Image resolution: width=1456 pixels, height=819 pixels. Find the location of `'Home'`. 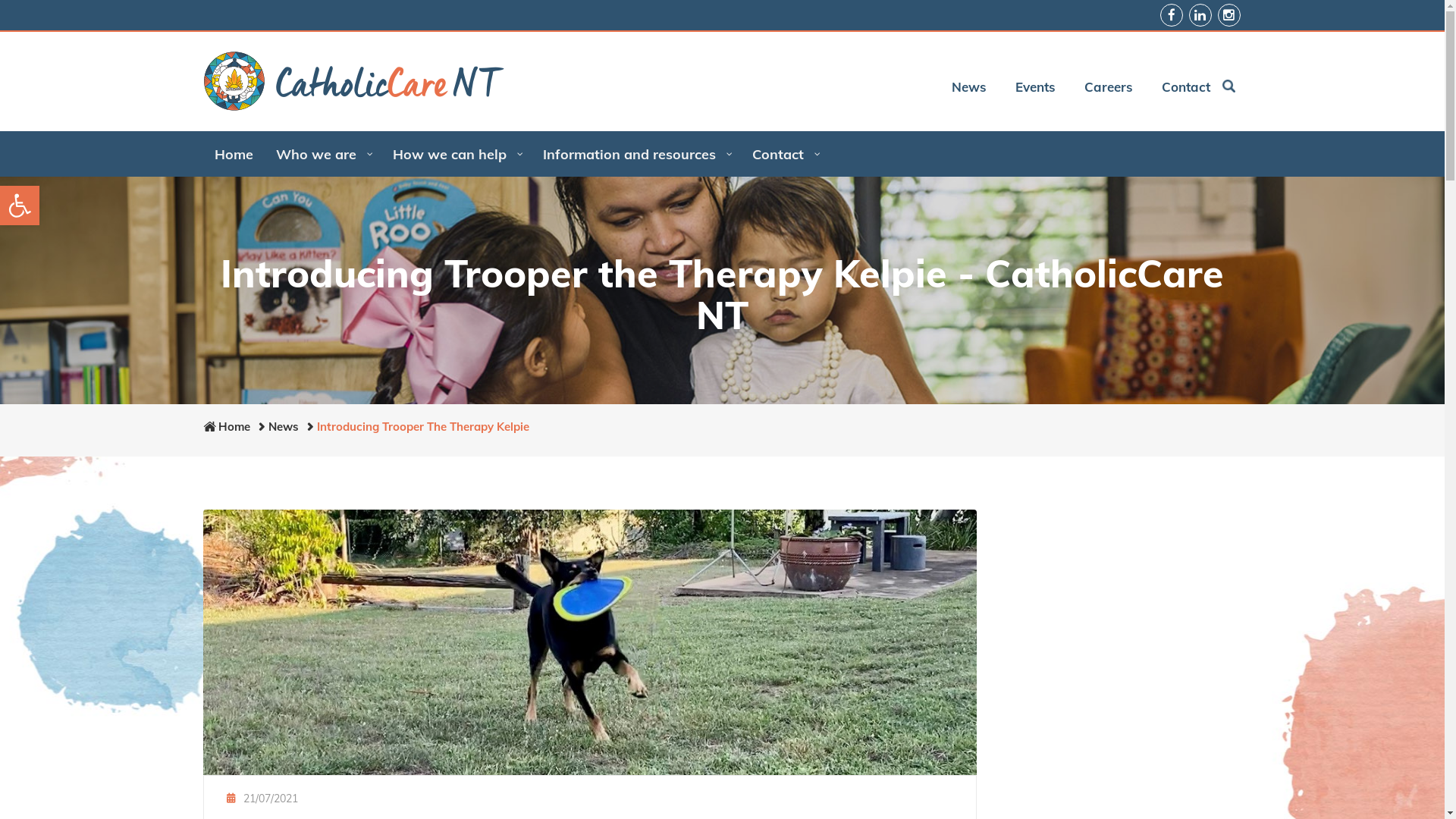

'Home' is located at coordinates (233, 426).